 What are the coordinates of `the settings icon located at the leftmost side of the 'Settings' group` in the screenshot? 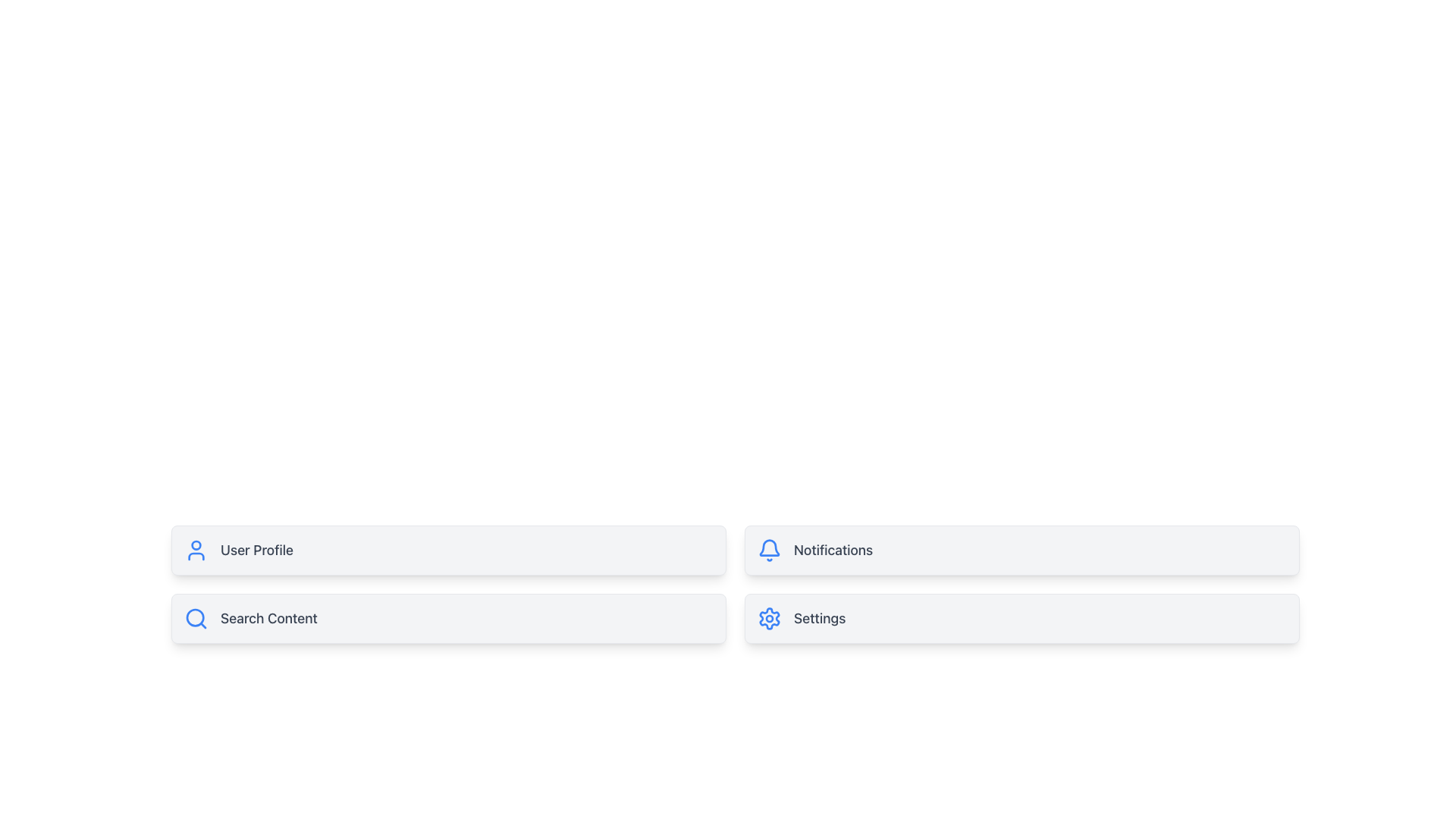 It's located at (769, 619).